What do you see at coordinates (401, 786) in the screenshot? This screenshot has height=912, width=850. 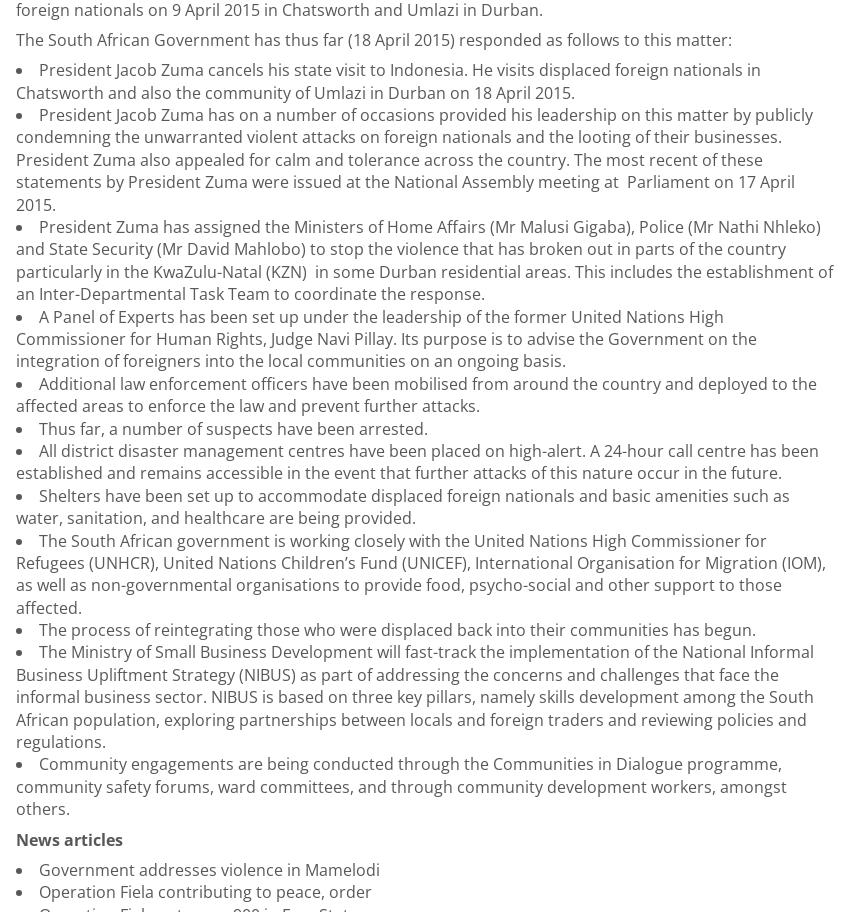 I see `'Community engagements are being conducted through the Communities in Dialogue programme, community safety forums, ward committees, and through community development workers, amongst others.'` at bounding box center [401, 786].